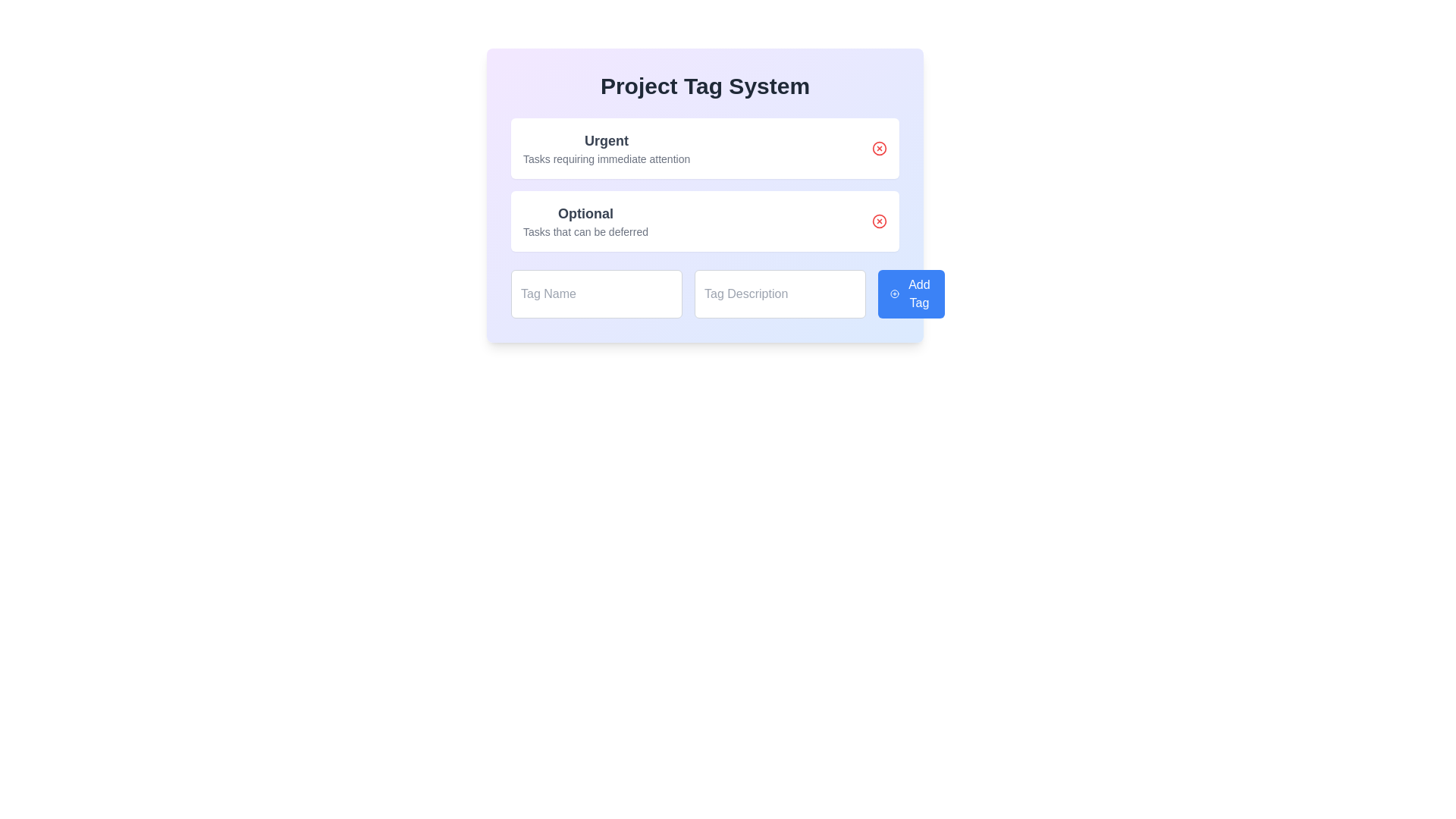 This screenshot has height=819, width=1456. What do you see at coordinates (585, 231) in the screenshot?
I see `the static text label that provides additional context under the 'Optional' heading in the structured card layout` at bounding box center [585, 231].